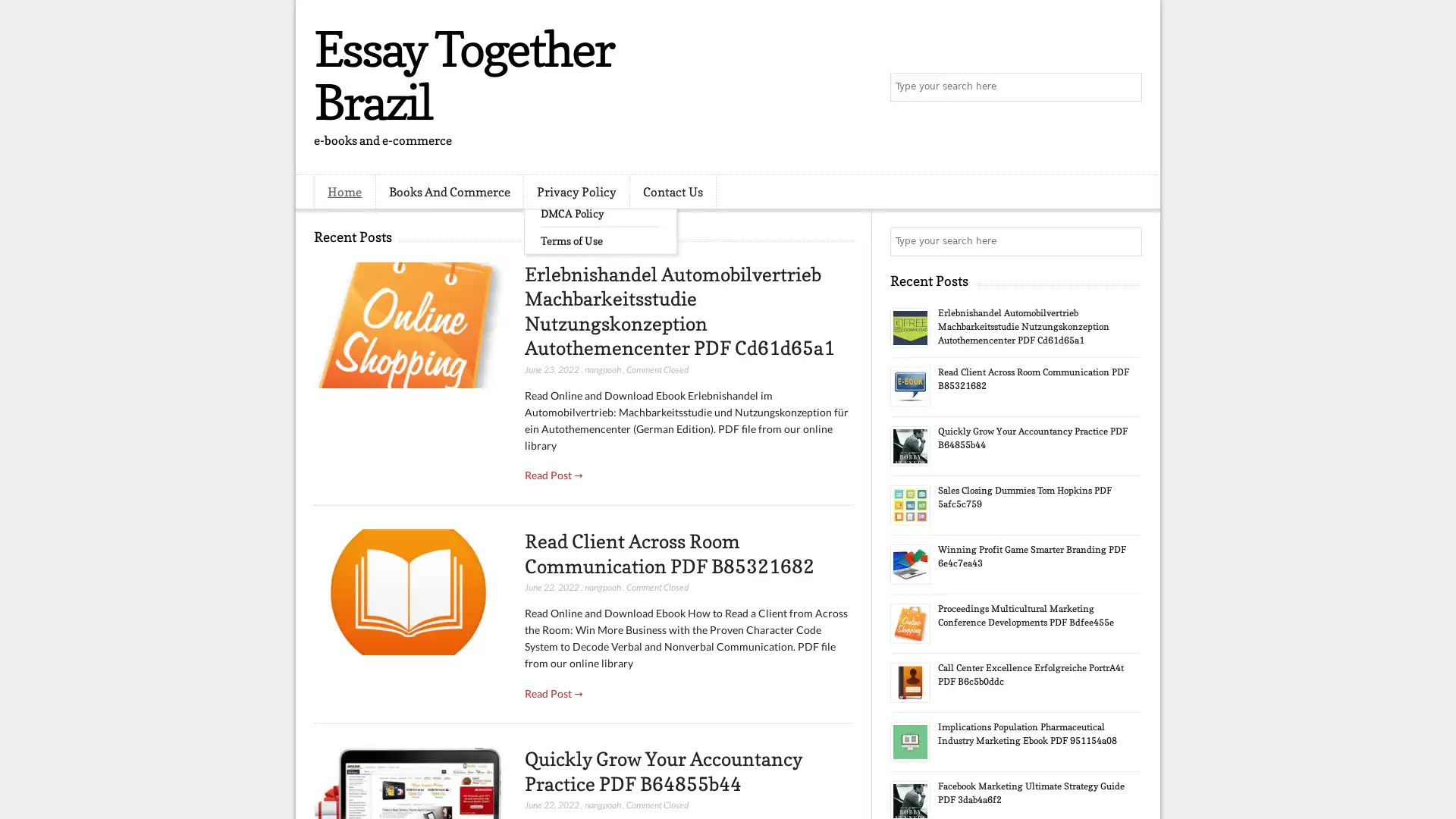 Image resolution: width=1456 pixels, height=819 pixels. I want to click on Search, so click(1126, 241).